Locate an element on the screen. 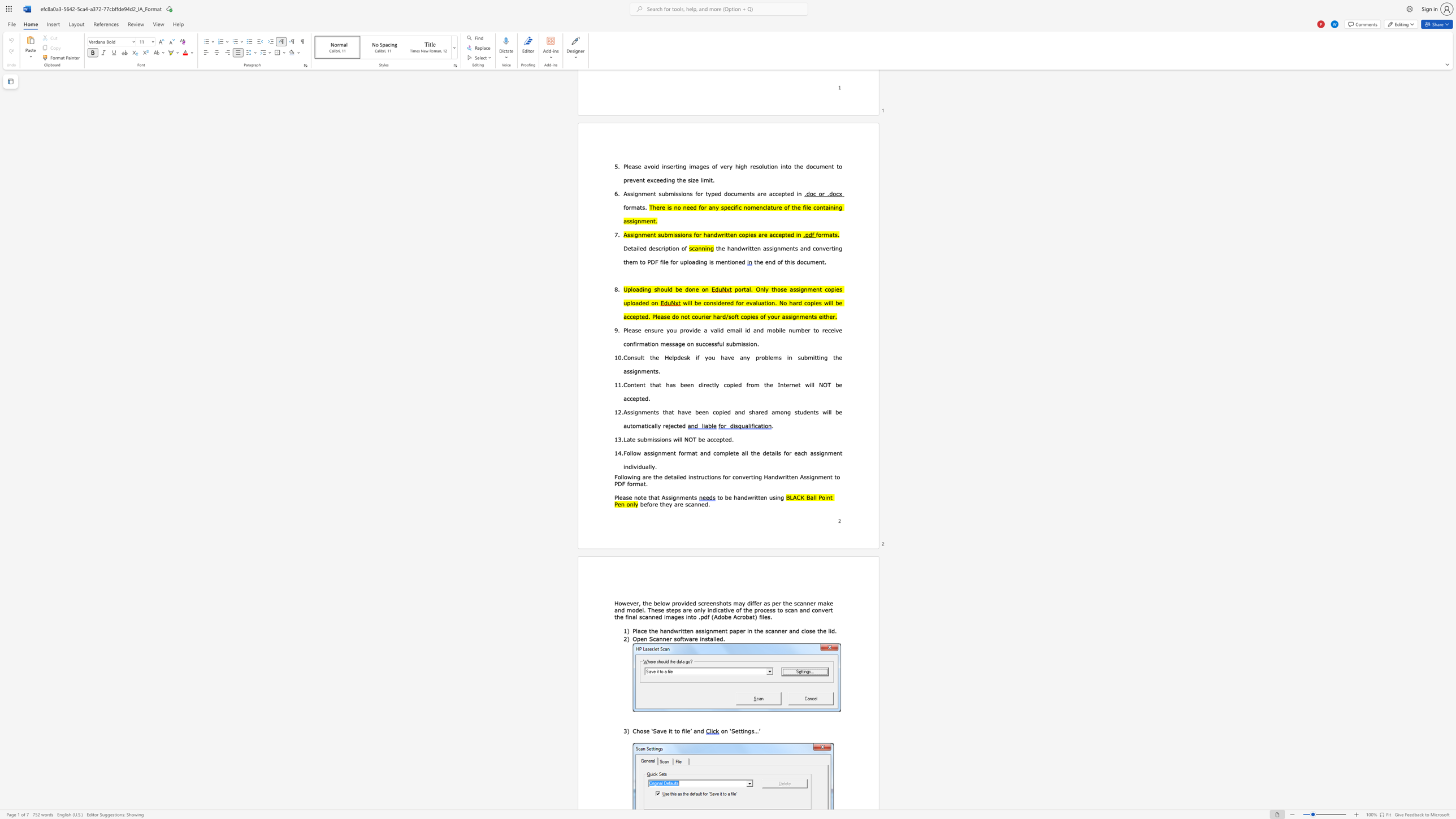  the subset text "ng" within the text "converting" is located at coordinates (755, 476).